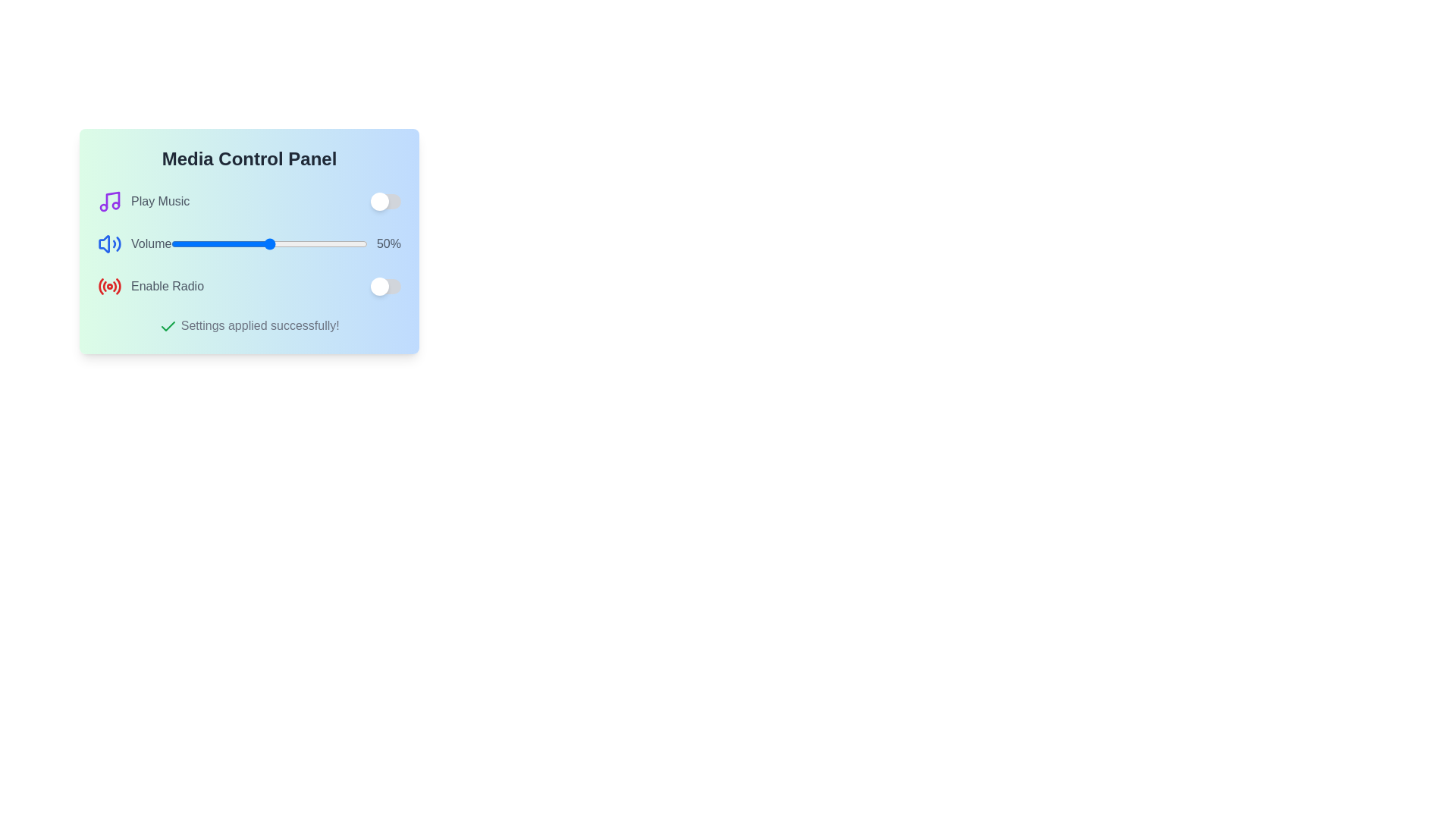 The height and width of the screenshot is (819, 1456). What do you see at coordinates (103, 243) in the screenshot?
I see `the leftmost part of the SVG graphic representing the sound speaker icon, which is the main body of the speaker` at bounding box center [103, 243].